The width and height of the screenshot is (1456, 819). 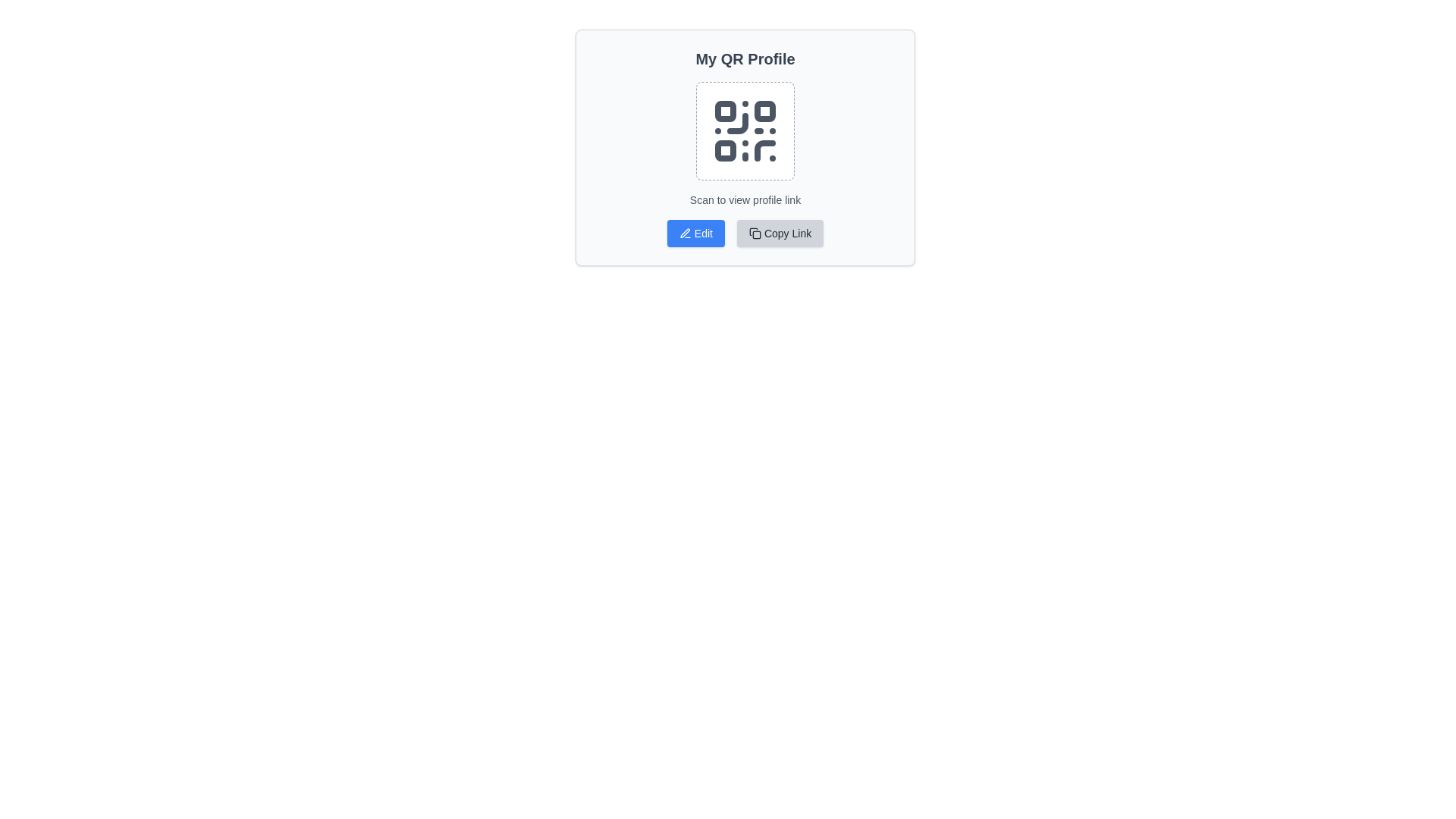 I want to click on the visual QR code in the 'My QR Profile' panel, which is located below the heading and above the 'Edit' and 'Copy Link' buttons, so click(x=745, y=130).